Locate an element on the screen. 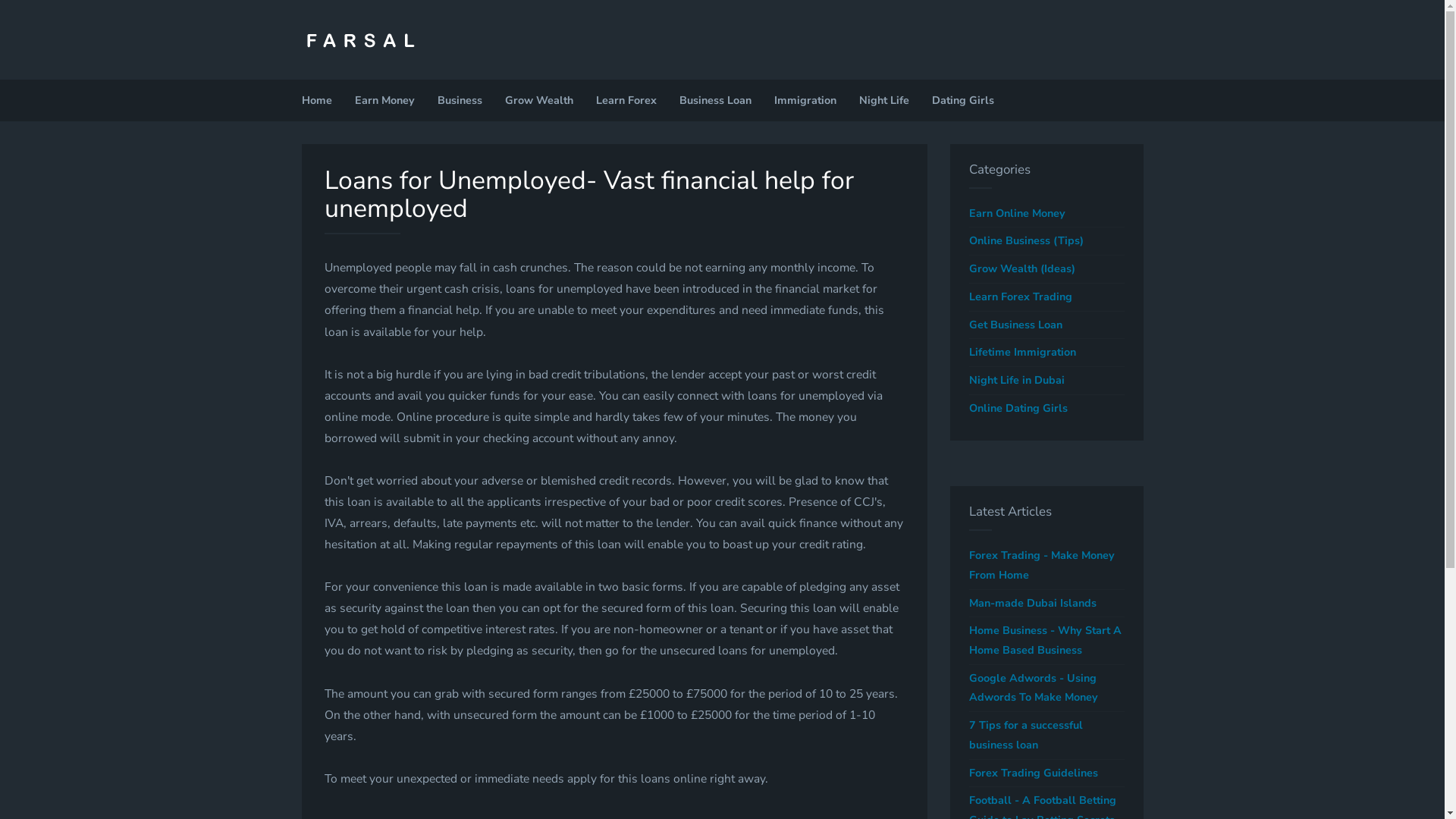  'Online Business (Tips)' is located at coordinates (1046, 240).